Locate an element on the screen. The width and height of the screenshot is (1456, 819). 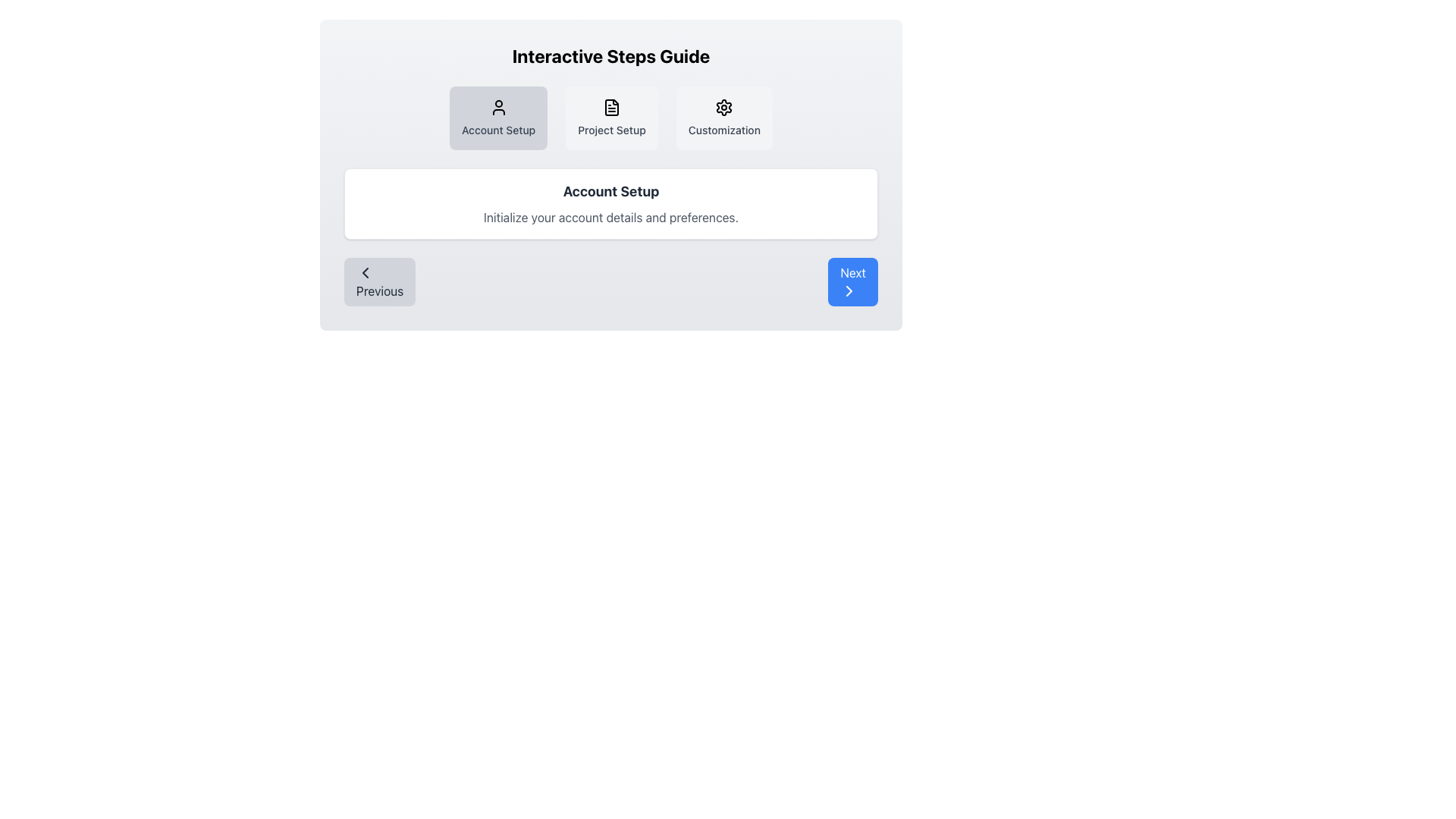
the user profile icon, which is a minimalist line art design representing a head and shoulders, located in the center-top region of the 'Account Setup' section is located at coordinates (498, 107).